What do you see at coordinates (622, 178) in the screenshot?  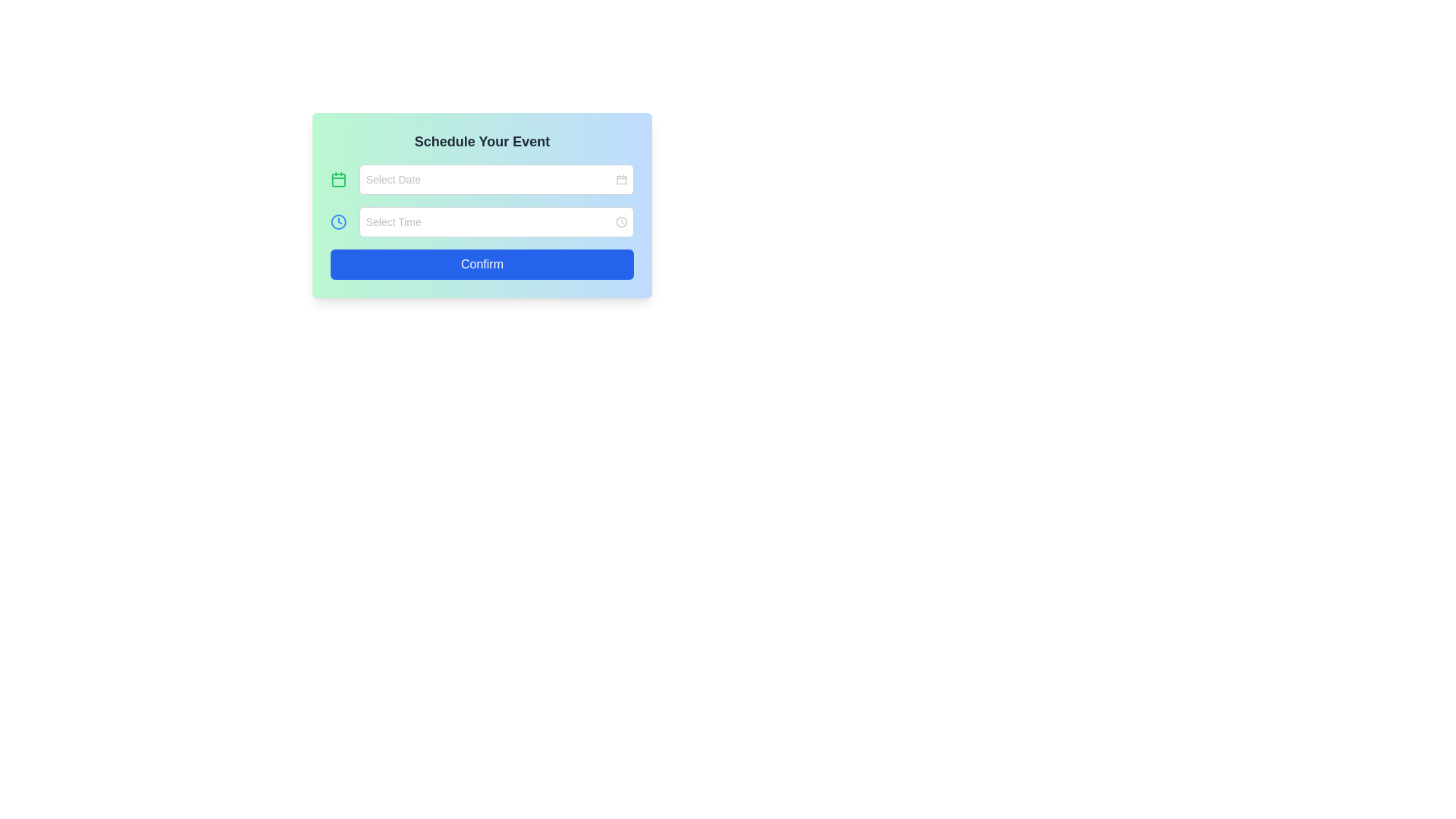 I see `the date selection icon positioned at the far right of the input box next to the placeholder text 'Select Date'` at bounding box center [622, 178].